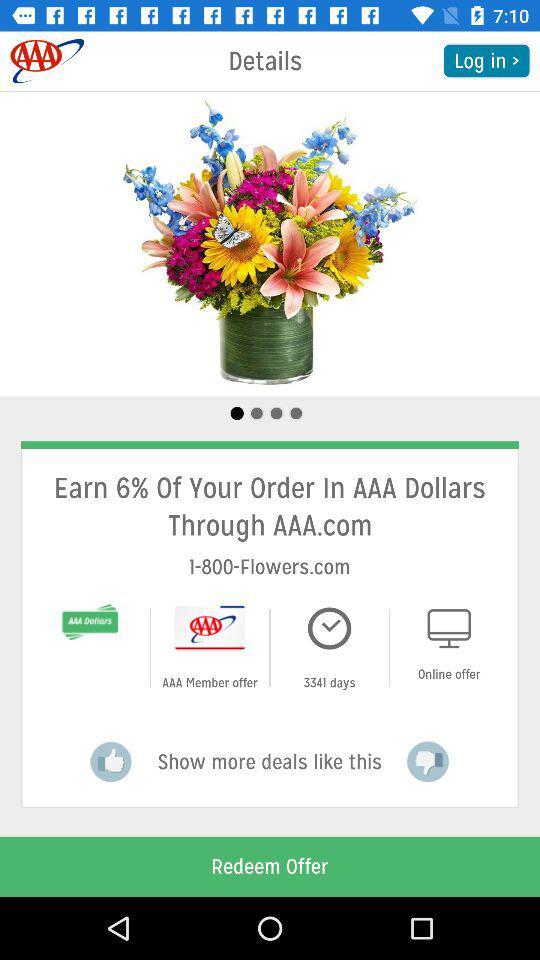  What do you see at coordinates (111, 761) in the screenshot?
I see `the thumbs_up icon` at bounding box center [111, 761].